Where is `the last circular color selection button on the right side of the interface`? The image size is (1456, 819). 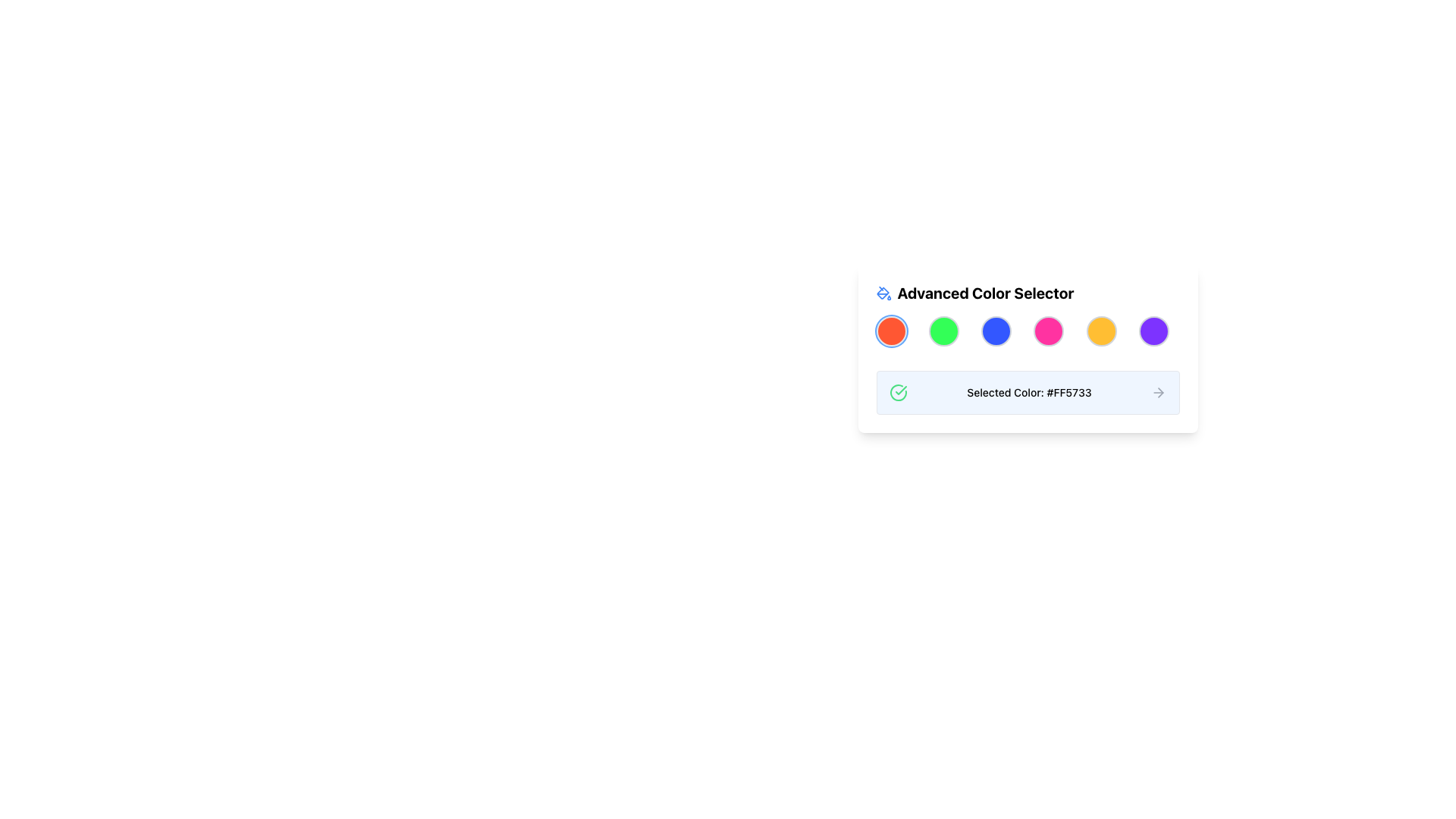 the last circular color selection button on the right side of the interface is located at coordinates (1153, 330).